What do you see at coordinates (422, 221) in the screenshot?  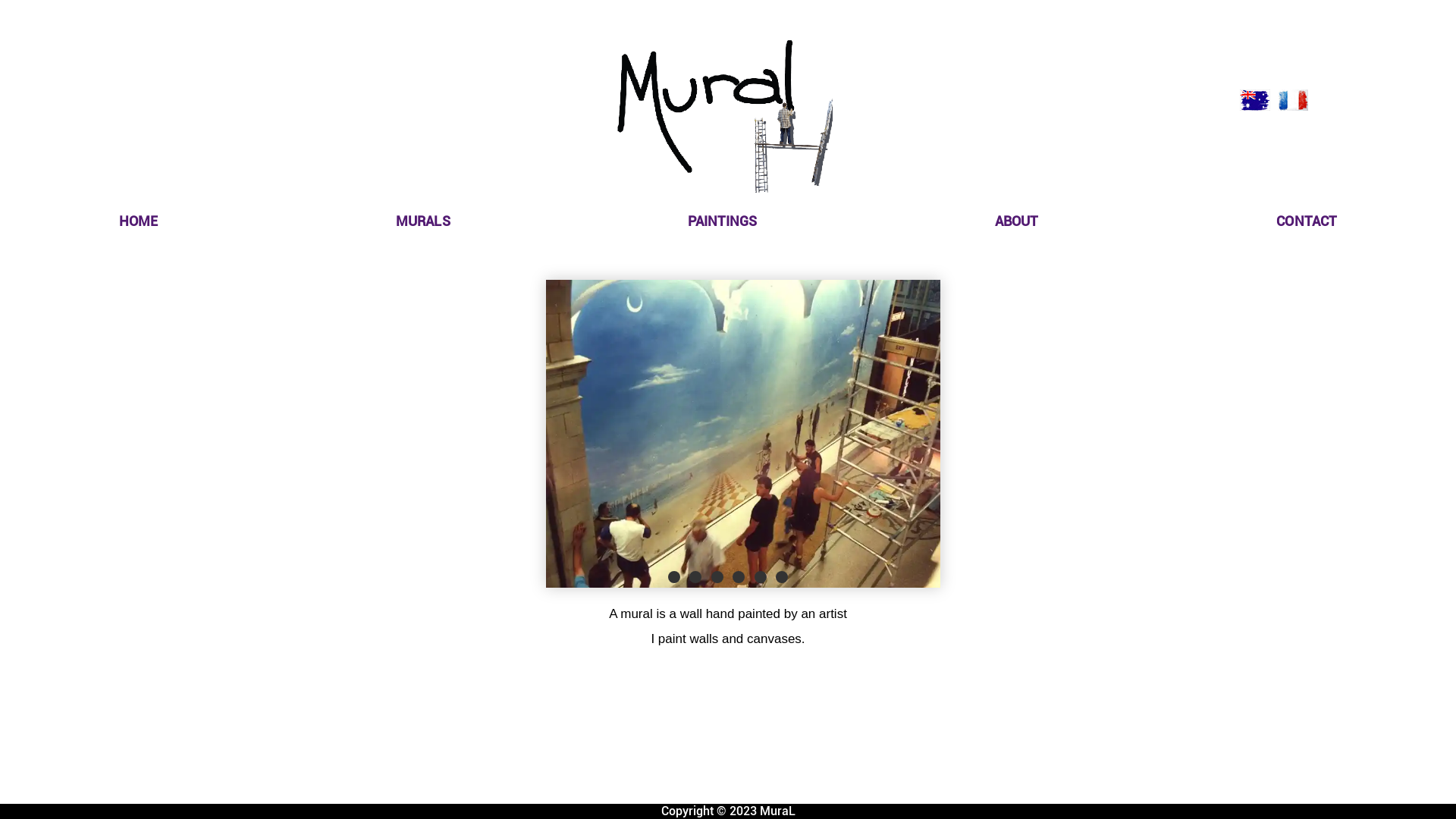 I see `'MURALS'` at bounding box center [422, 221].